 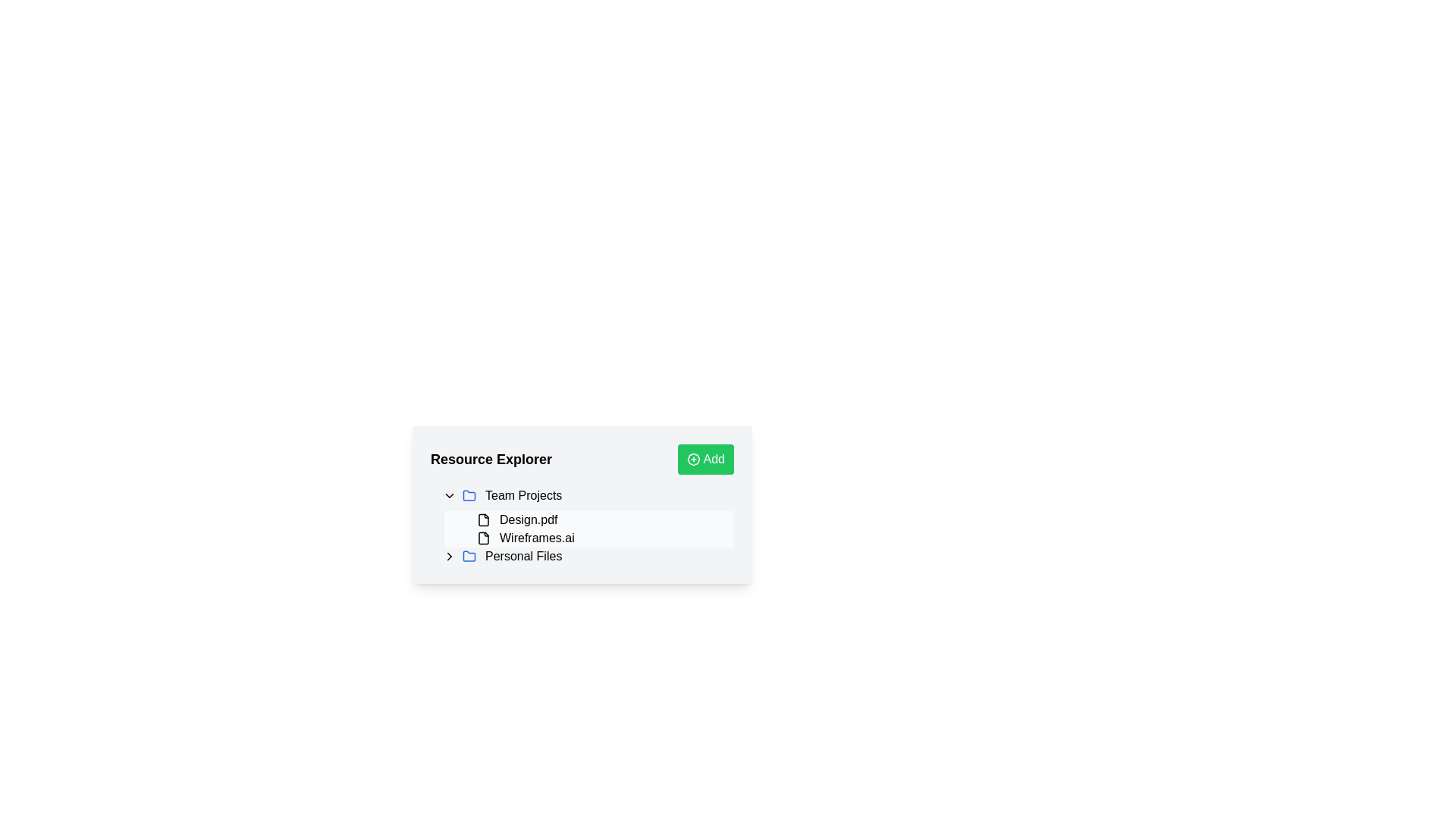 What do you see at coordinates (692, 458) in the screenshot?
I see `the icon located to the left of the 'Add' text within the green rectangular button at the top right of the 'Resource Explorer' panel` at bounding box center [692, 458].